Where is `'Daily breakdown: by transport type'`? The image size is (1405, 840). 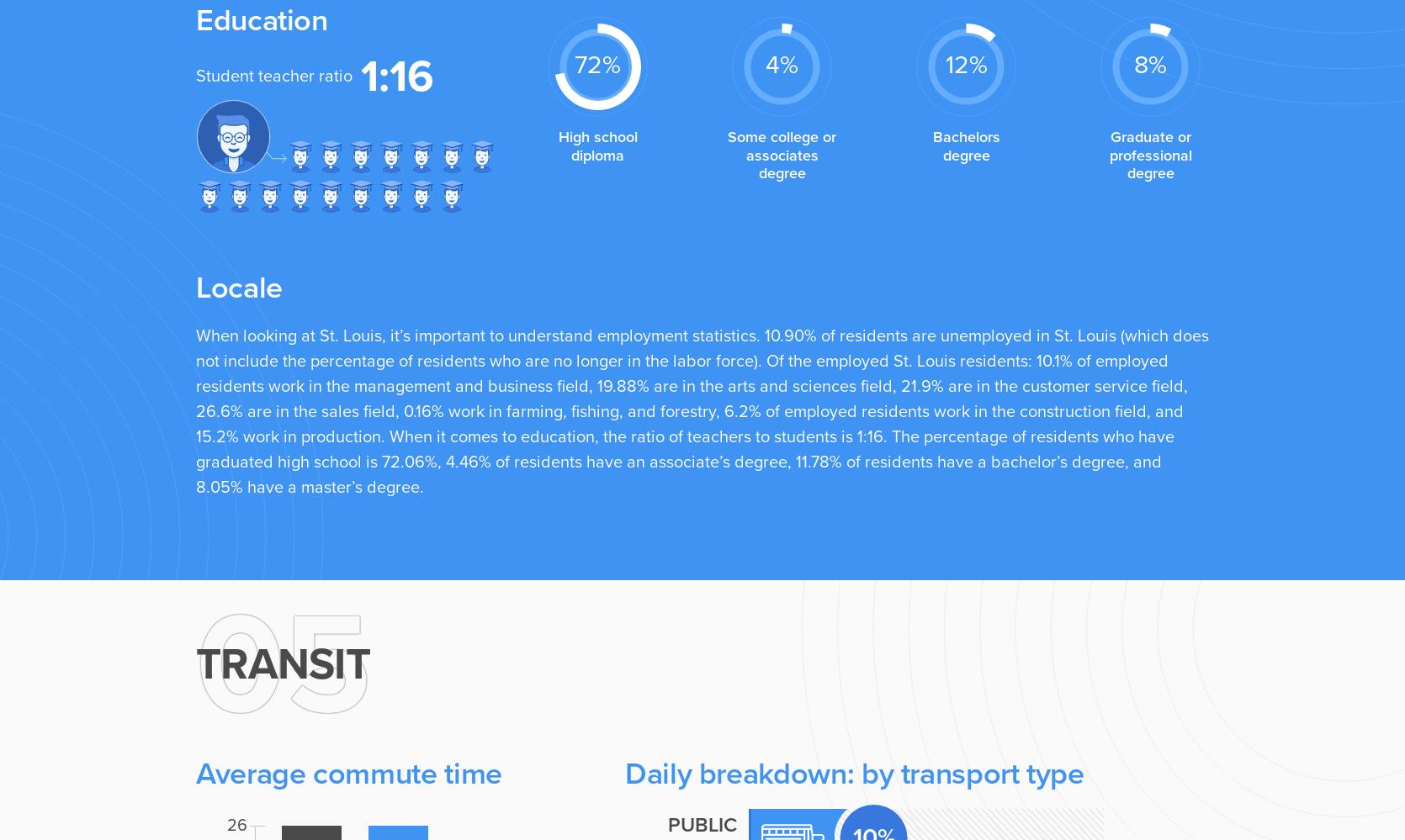 'Daily breakdown: by transport type' is located at coordinates (854, 773).